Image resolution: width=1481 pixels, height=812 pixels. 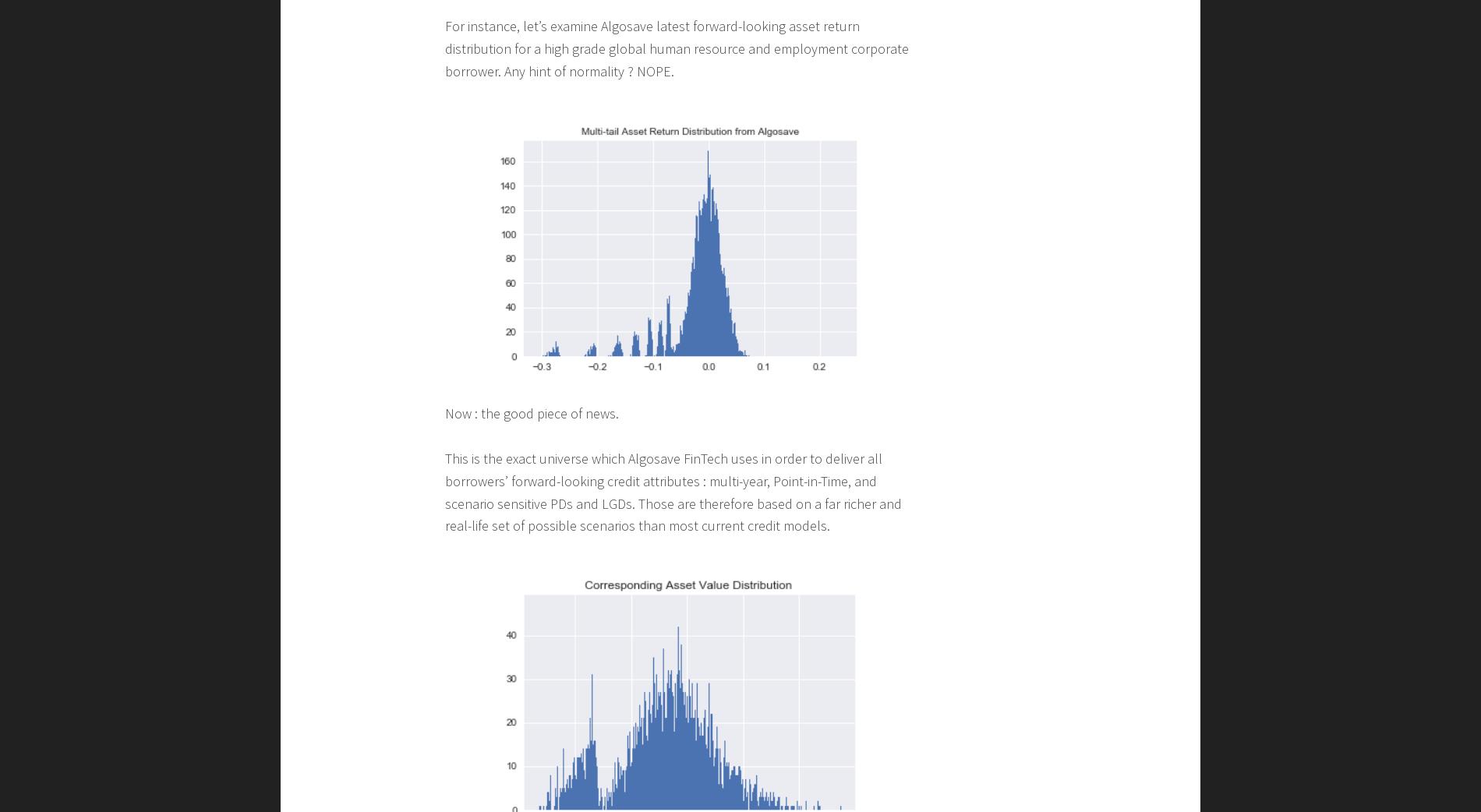 I want to click on 'Transform risk analytics into Competitive edge for Trading', so click(x=646, y=252).